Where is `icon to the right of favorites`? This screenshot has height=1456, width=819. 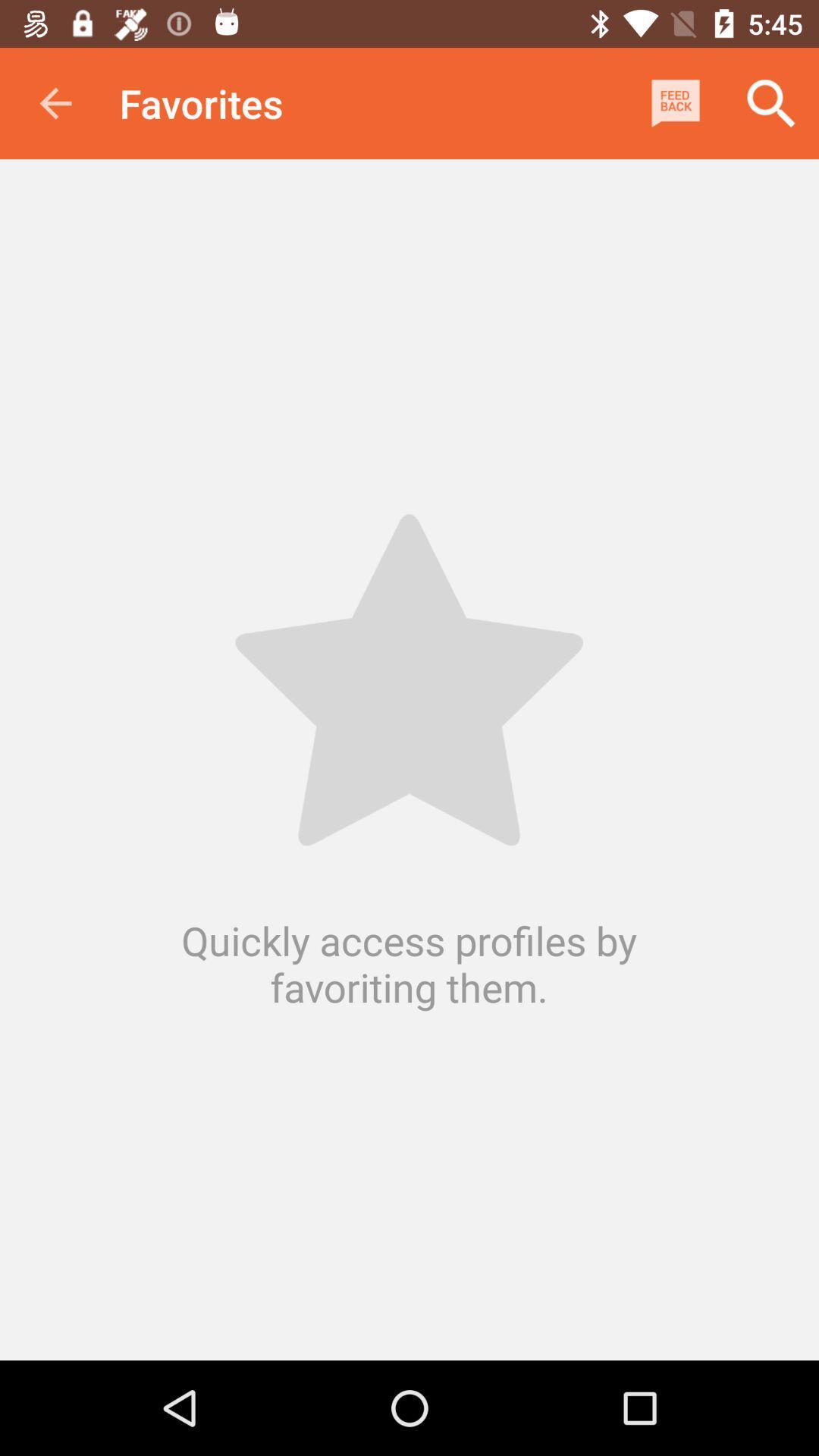 icon to the right of favorites is located at coordinates (675, 102).